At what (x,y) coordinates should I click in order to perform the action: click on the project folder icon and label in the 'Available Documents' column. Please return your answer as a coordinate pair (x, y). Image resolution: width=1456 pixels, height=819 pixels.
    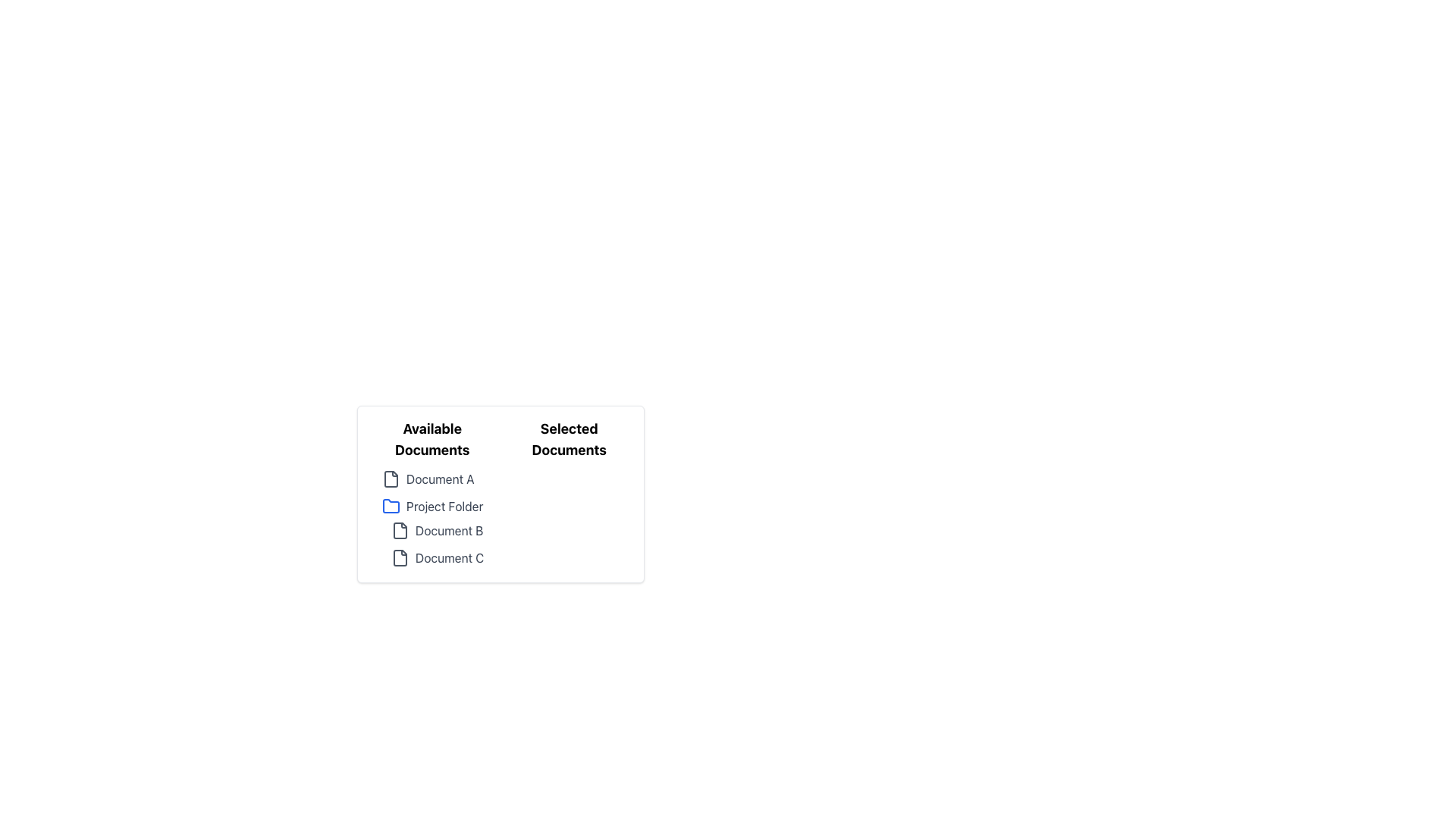
    Looking at the image, I should click on (436, 506).